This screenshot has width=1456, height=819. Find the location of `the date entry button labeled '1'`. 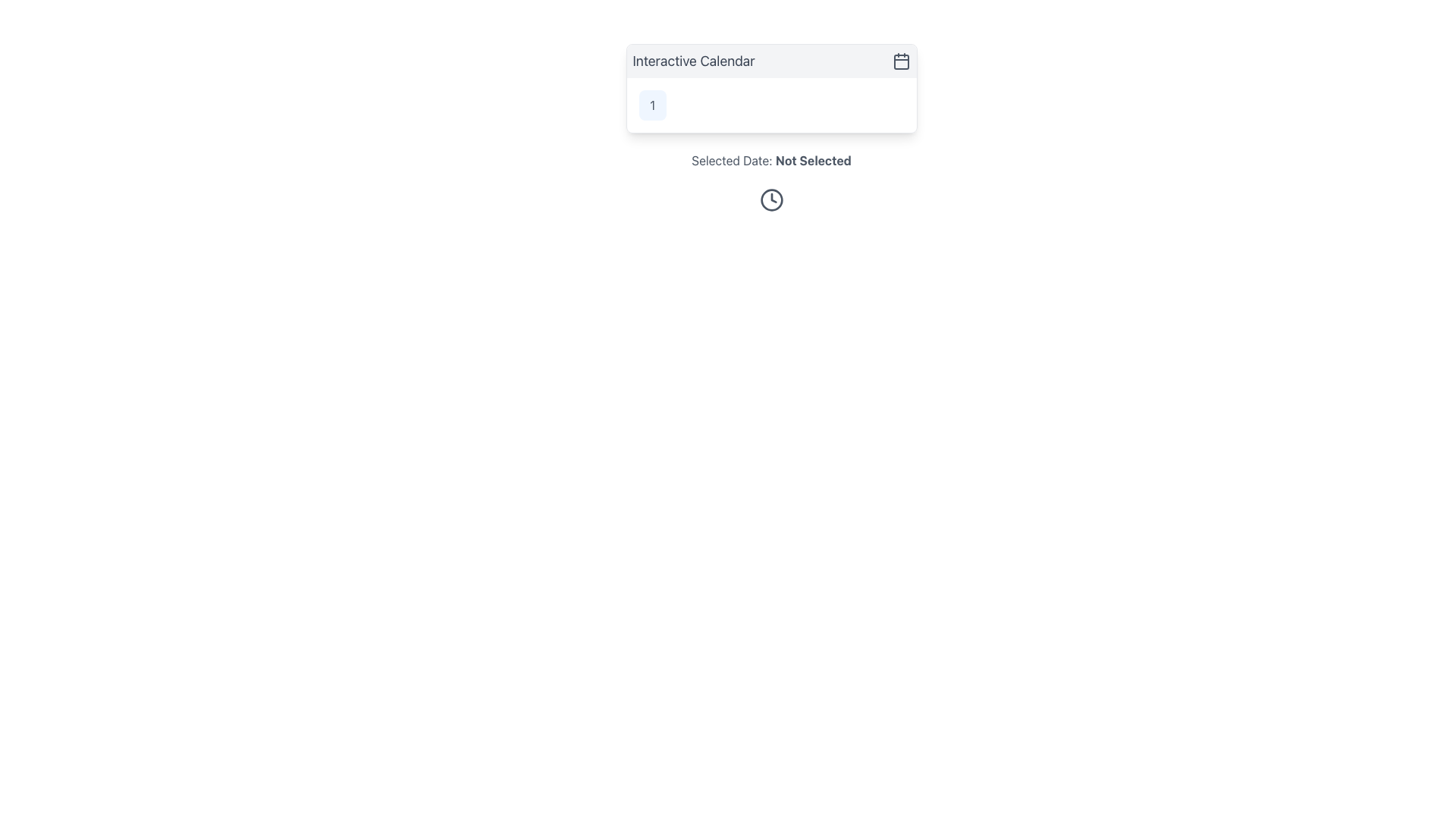

the date entry button labeled '1' is located at coordinates (771, 104).